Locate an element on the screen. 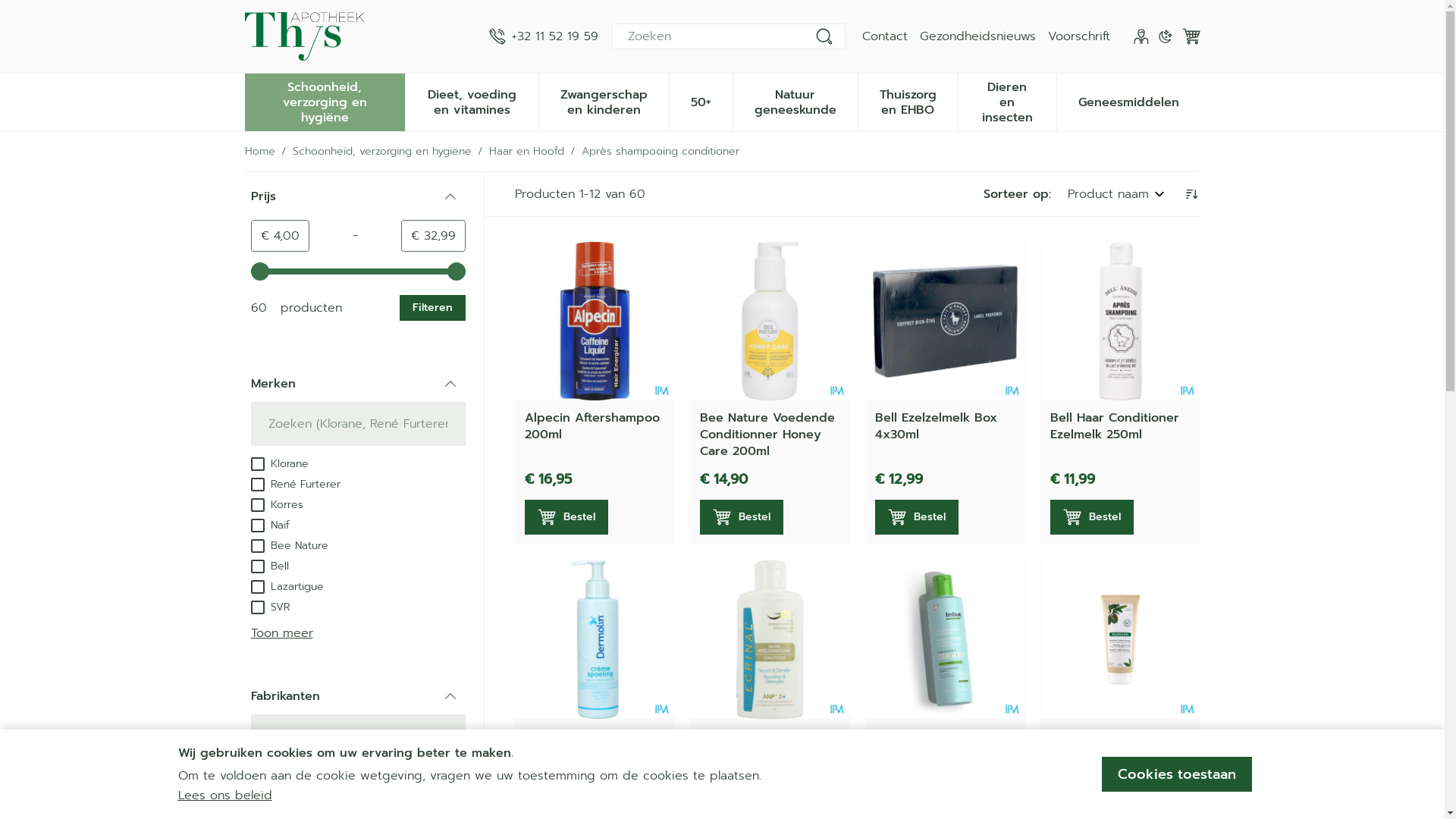 The height and width of the screenshot is (819, 1456). 'Voorschrift' is located at coordinates (1078, 35).